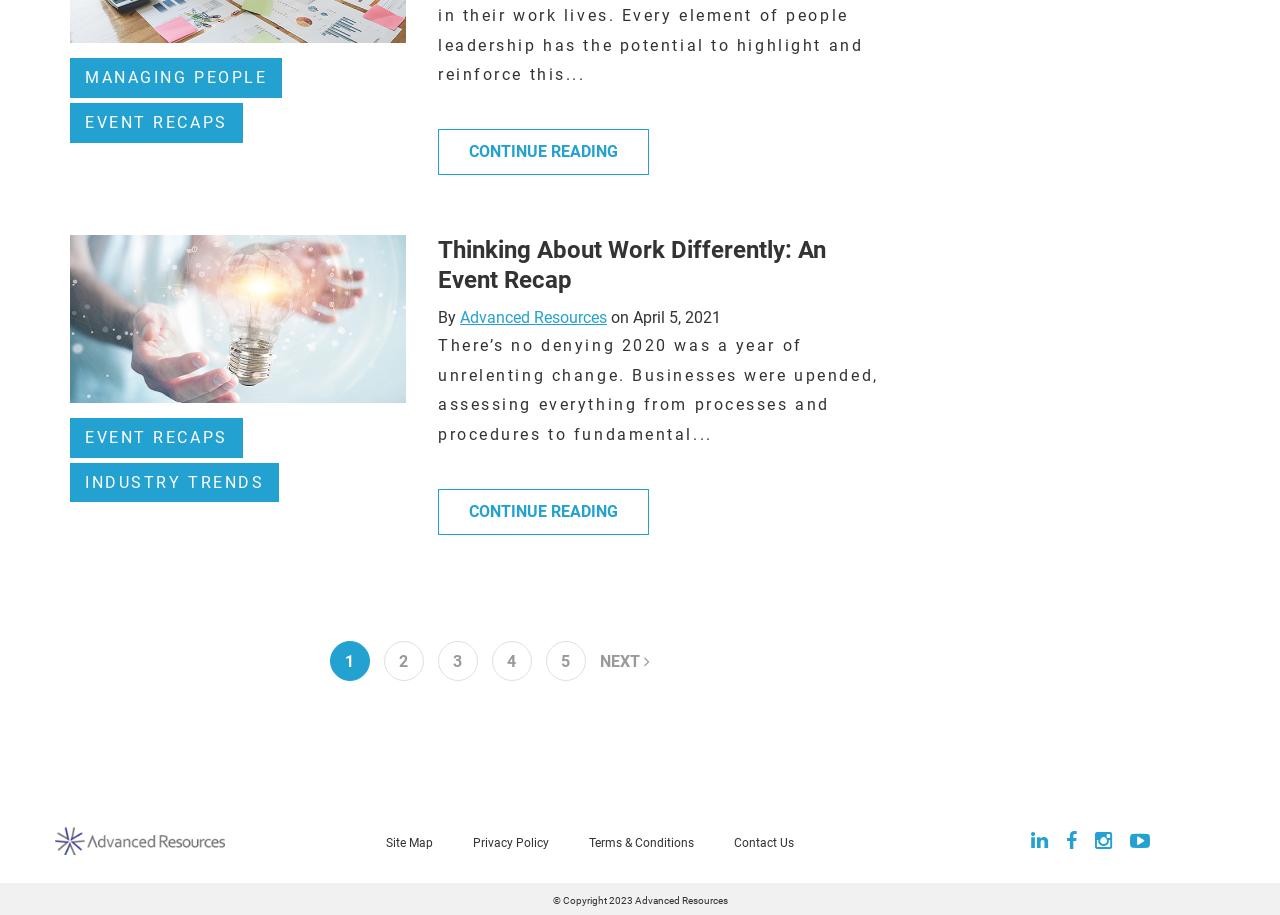 This screenshot has height=915, width=1280. I want to click on '3', so click(451, 660).